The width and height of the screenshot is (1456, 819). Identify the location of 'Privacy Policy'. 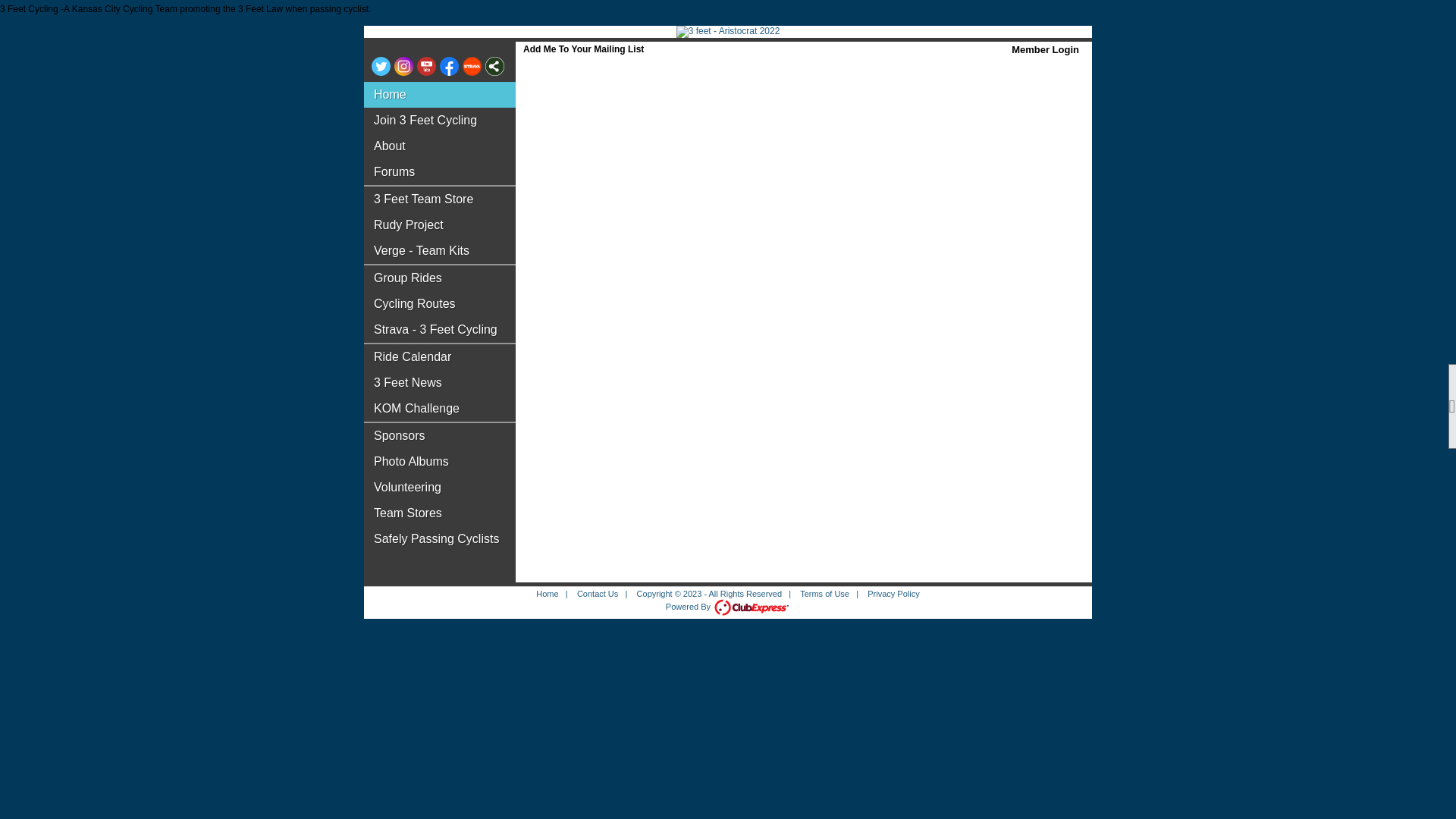
(867, 593).